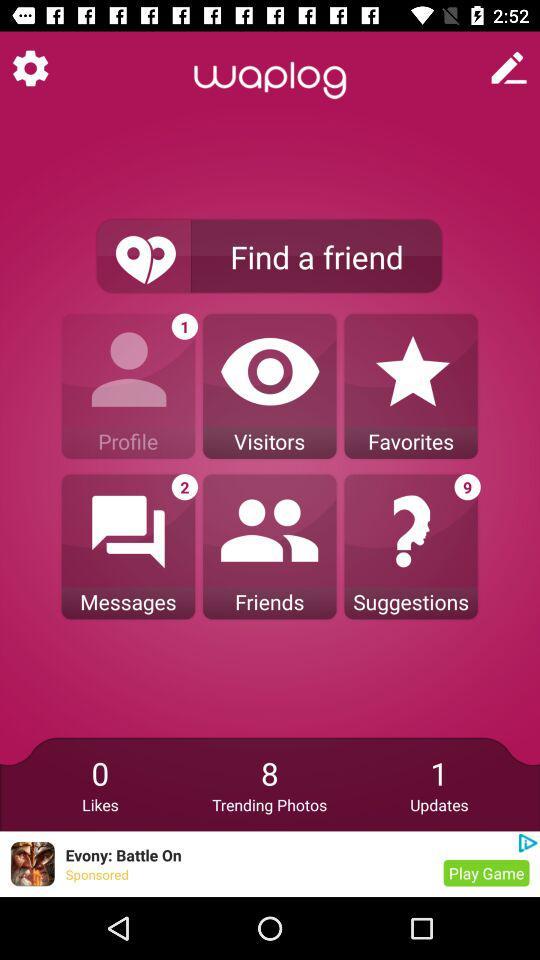 This screenshot has height=960, width=540. I want to click on play game which is in the right corner of the screen, so click(486, 872).